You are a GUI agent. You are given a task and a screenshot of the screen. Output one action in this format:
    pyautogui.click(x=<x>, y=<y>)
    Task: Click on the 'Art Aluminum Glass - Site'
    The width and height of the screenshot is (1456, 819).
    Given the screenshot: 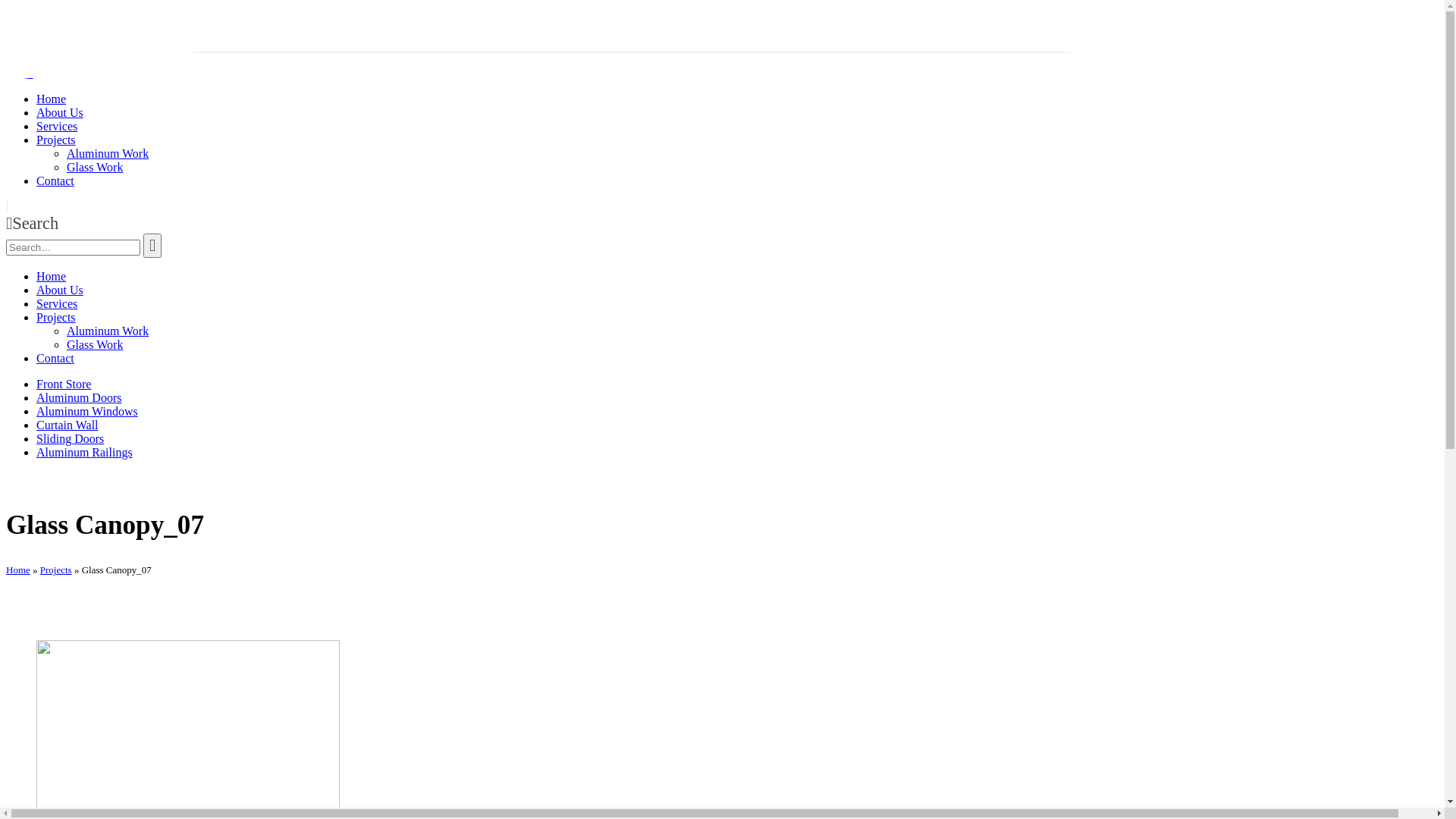 What is the action you would take?
    pyautogui.click(x=52, y=73)
    